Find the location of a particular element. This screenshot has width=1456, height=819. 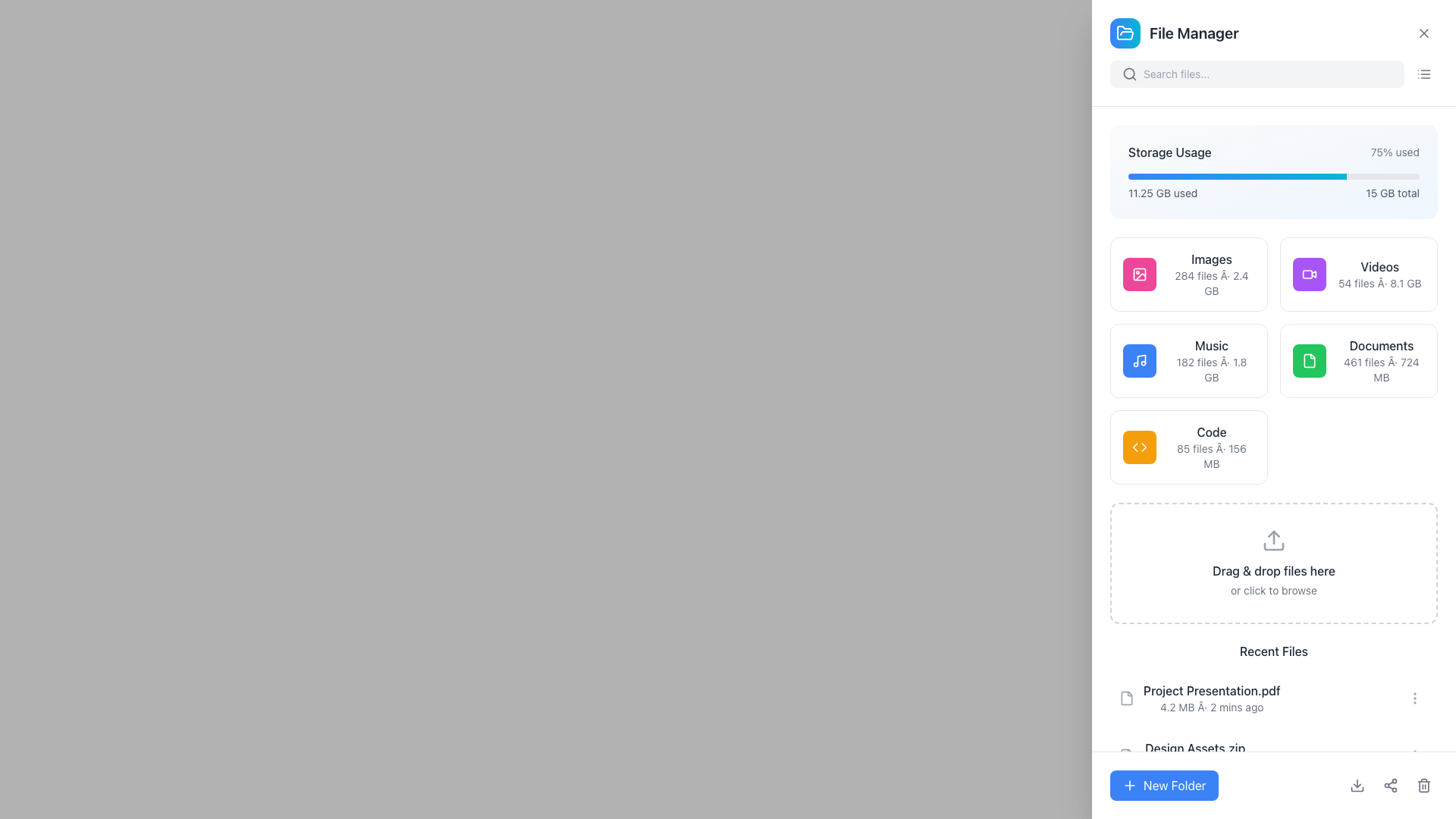

the square button with a pink background and a white image icon, located in the top-left corner of the grid under 'Storage Usage' is located at coordinates (1139, 275).